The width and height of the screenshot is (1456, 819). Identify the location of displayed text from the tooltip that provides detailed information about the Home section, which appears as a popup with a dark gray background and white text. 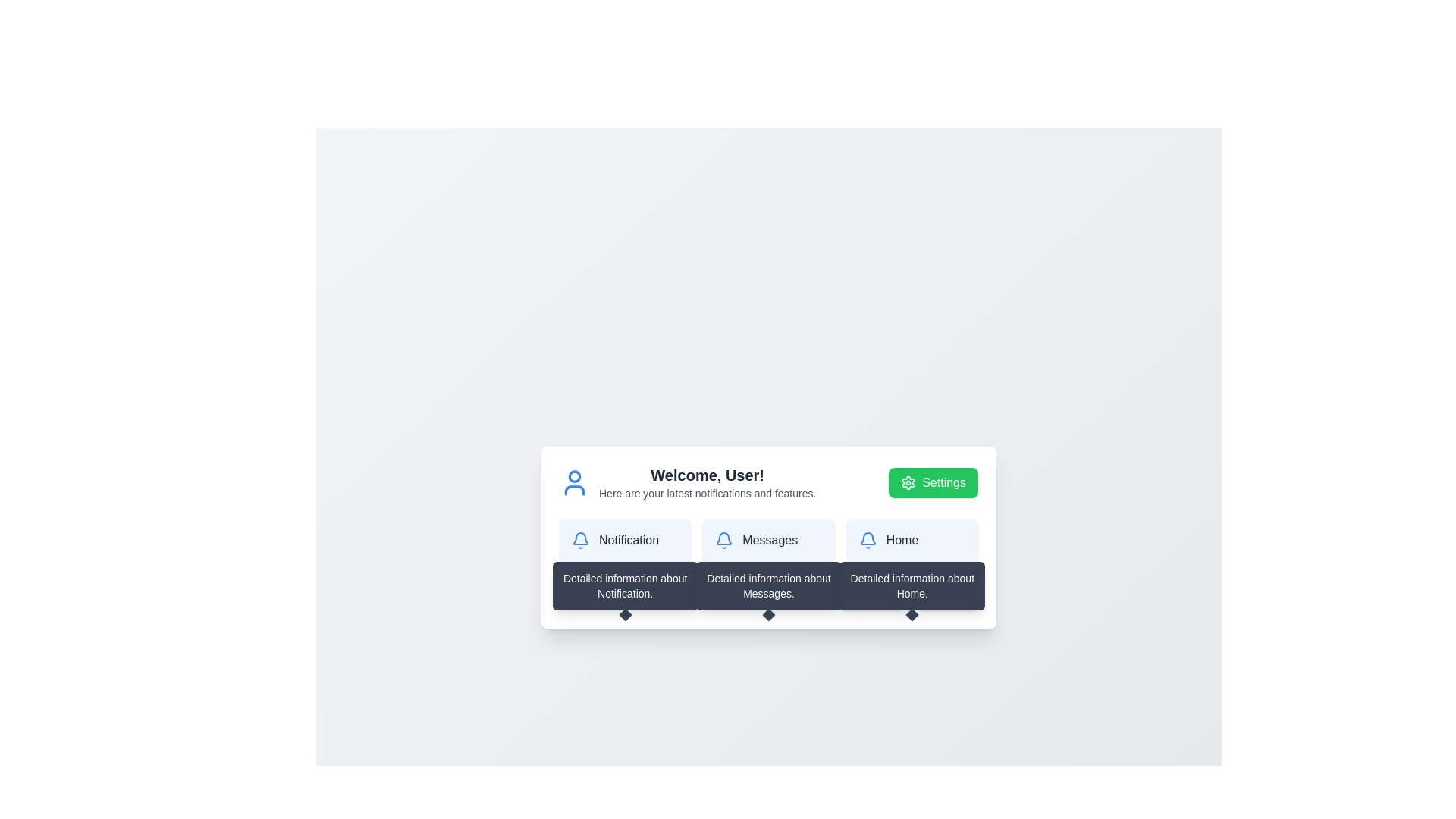
(912, 585).